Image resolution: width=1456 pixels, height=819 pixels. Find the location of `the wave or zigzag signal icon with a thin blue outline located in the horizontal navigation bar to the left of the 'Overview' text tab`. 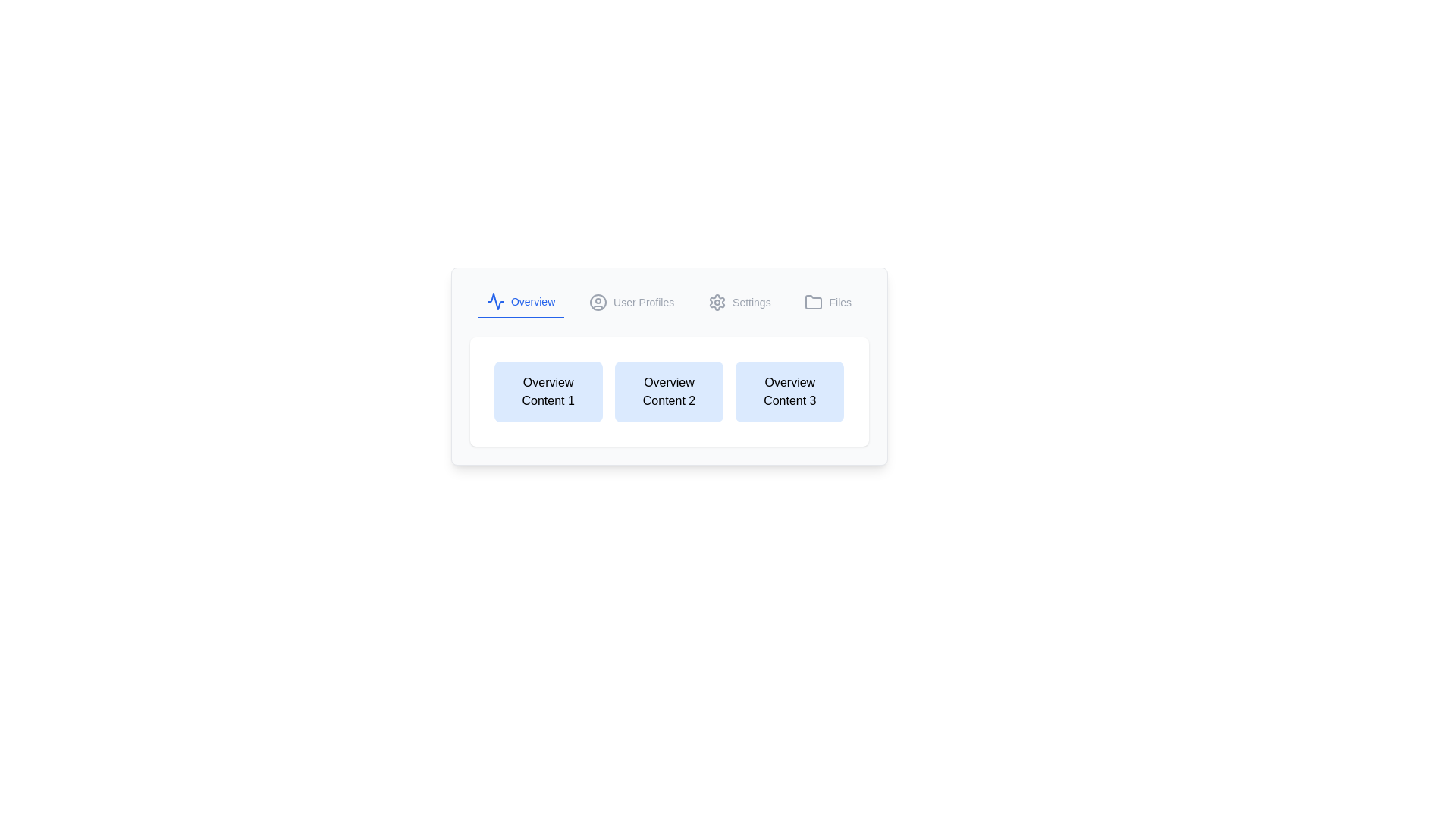

the wave or zigzag signal icon with a thin blue outline located in the horizontal navigation bar to the left of the 'Overview' text tab is located at coordinates (495, 301).